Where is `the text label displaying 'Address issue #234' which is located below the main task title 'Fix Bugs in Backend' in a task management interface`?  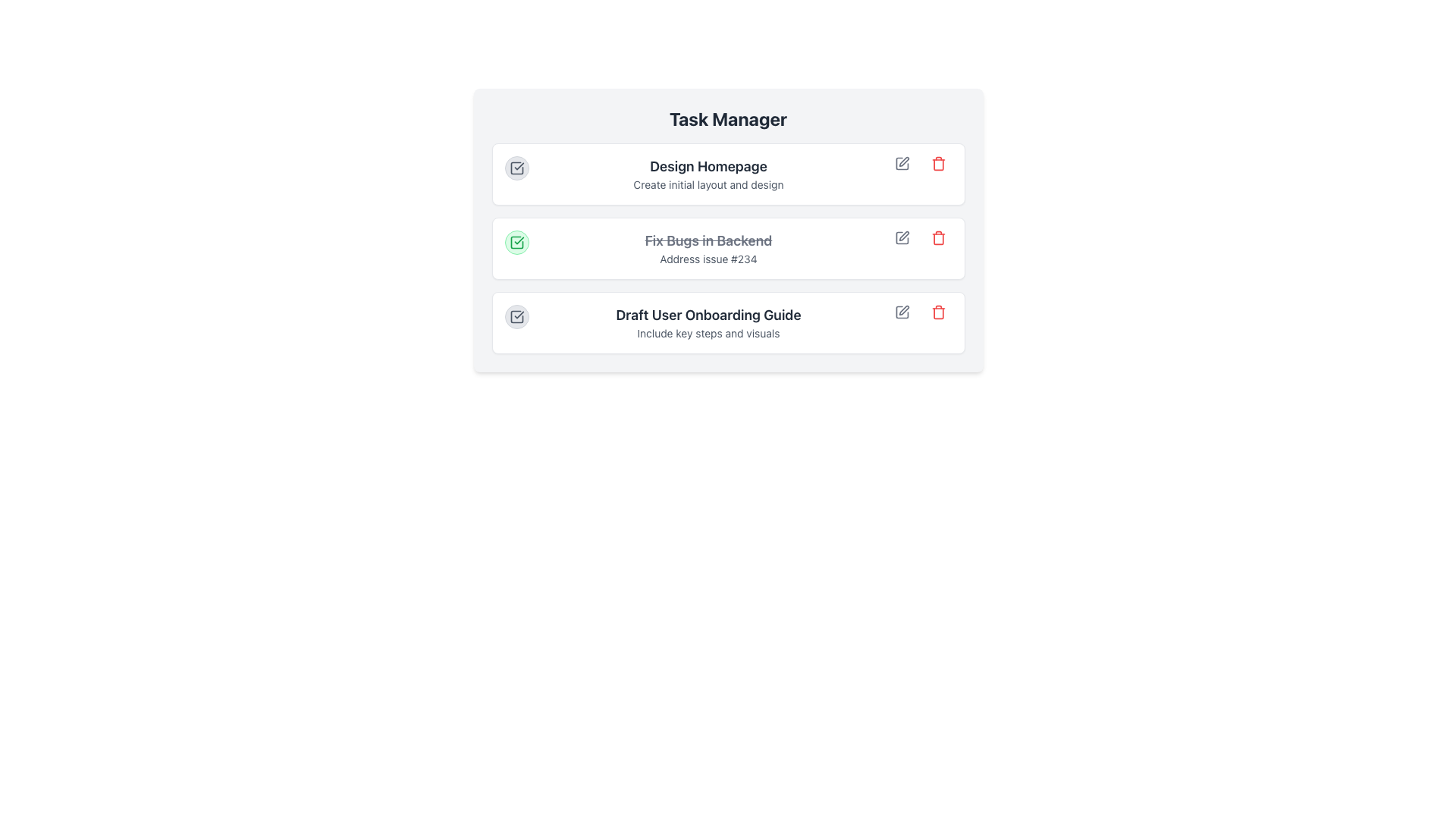
the text label displaying 'Address issue #234' which is located below the main task title 'Fix Bugs in Backend' in a task management interface is located at coordinates (708, 259).